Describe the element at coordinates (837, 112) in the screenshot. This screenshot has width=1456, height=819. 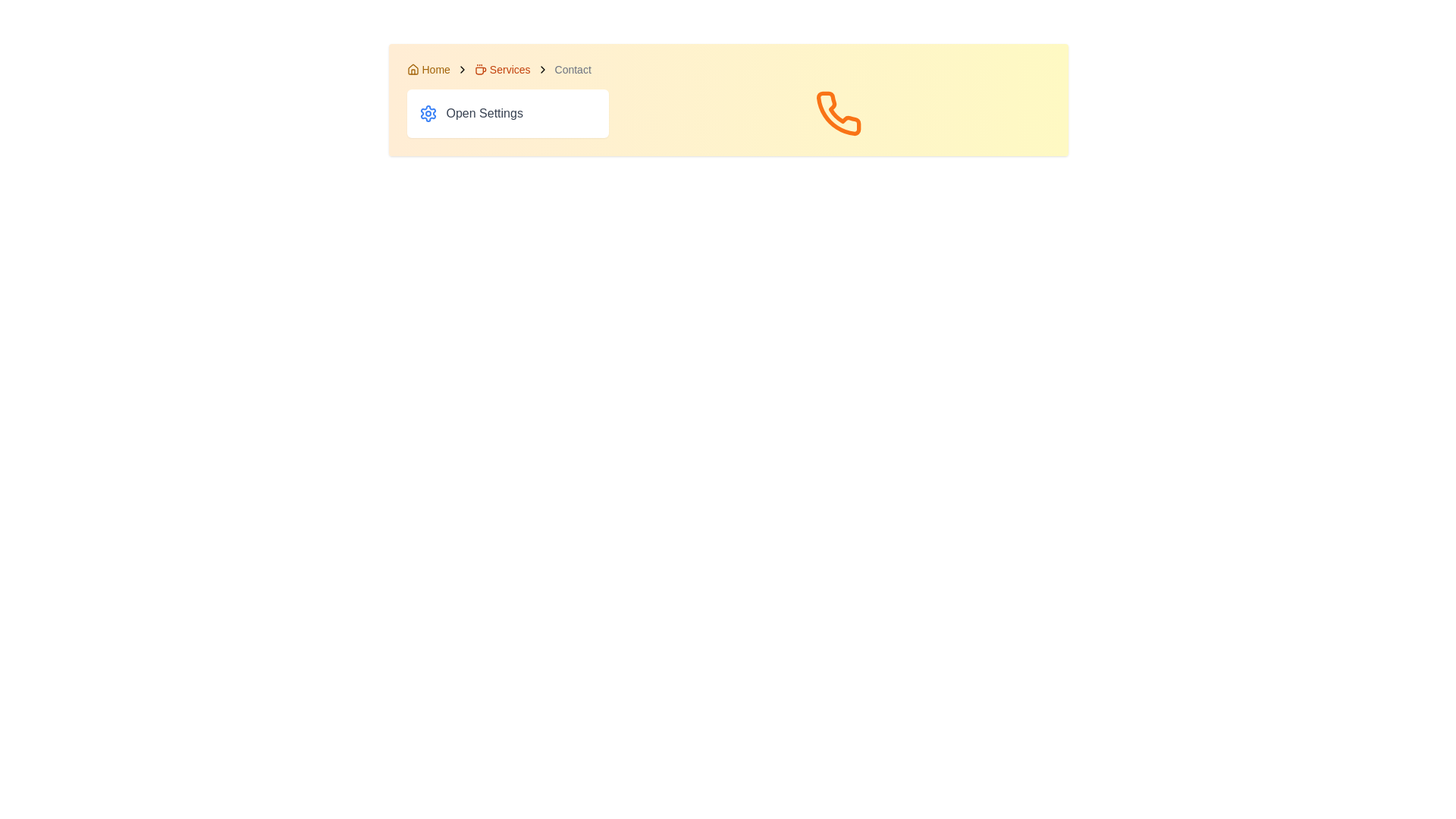
I see `the phone or communication icon located on the header section towards the right side` at that location.